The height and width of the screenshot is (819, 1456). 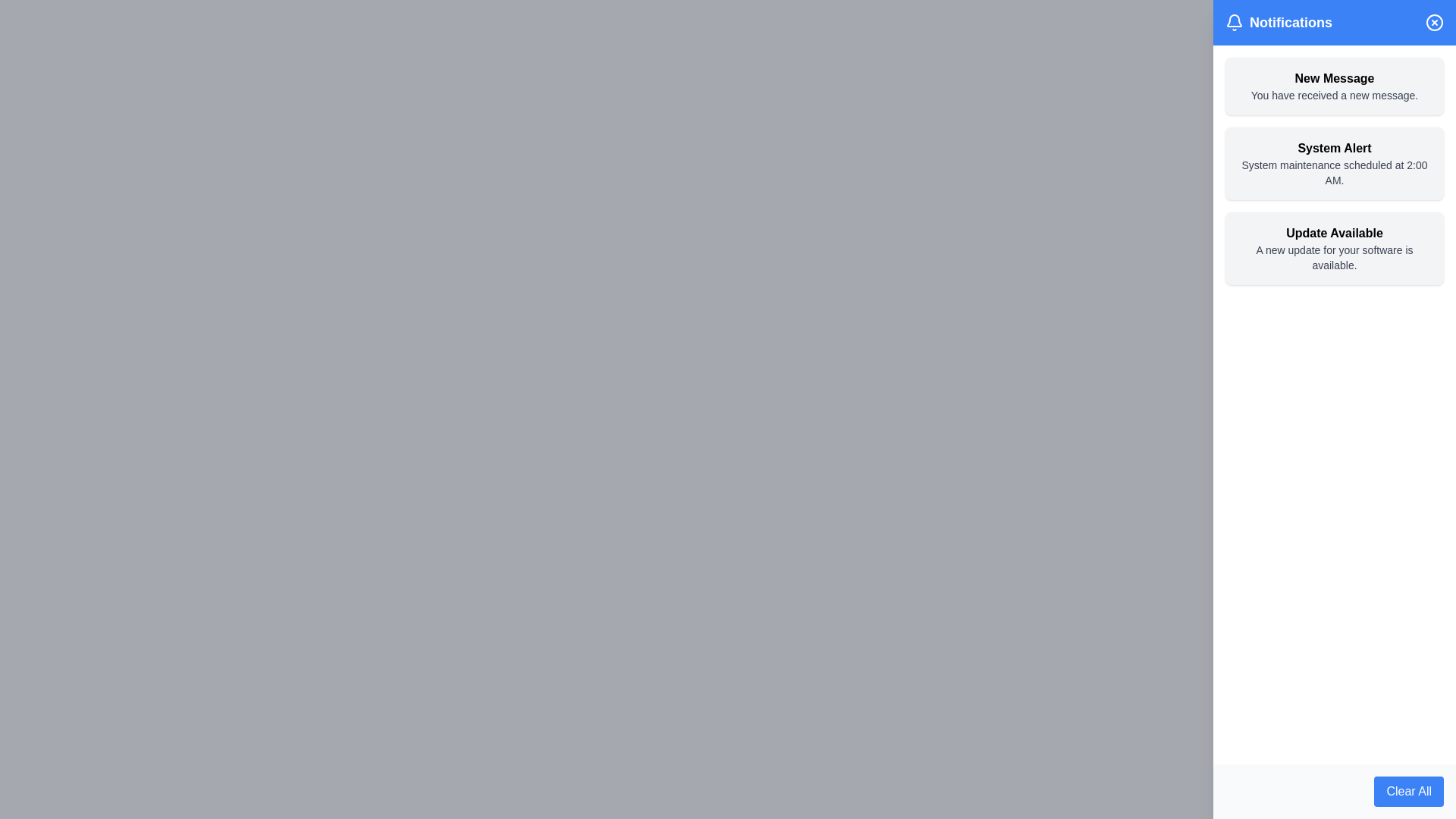 What do you see at coordinates (1335, 256) in the screenshot?
I see `the non-interactive textual notification that informs the user about the availability of a software update, located in the notification card labeled 'Update Available.'` at bounding box center [1335, 256].